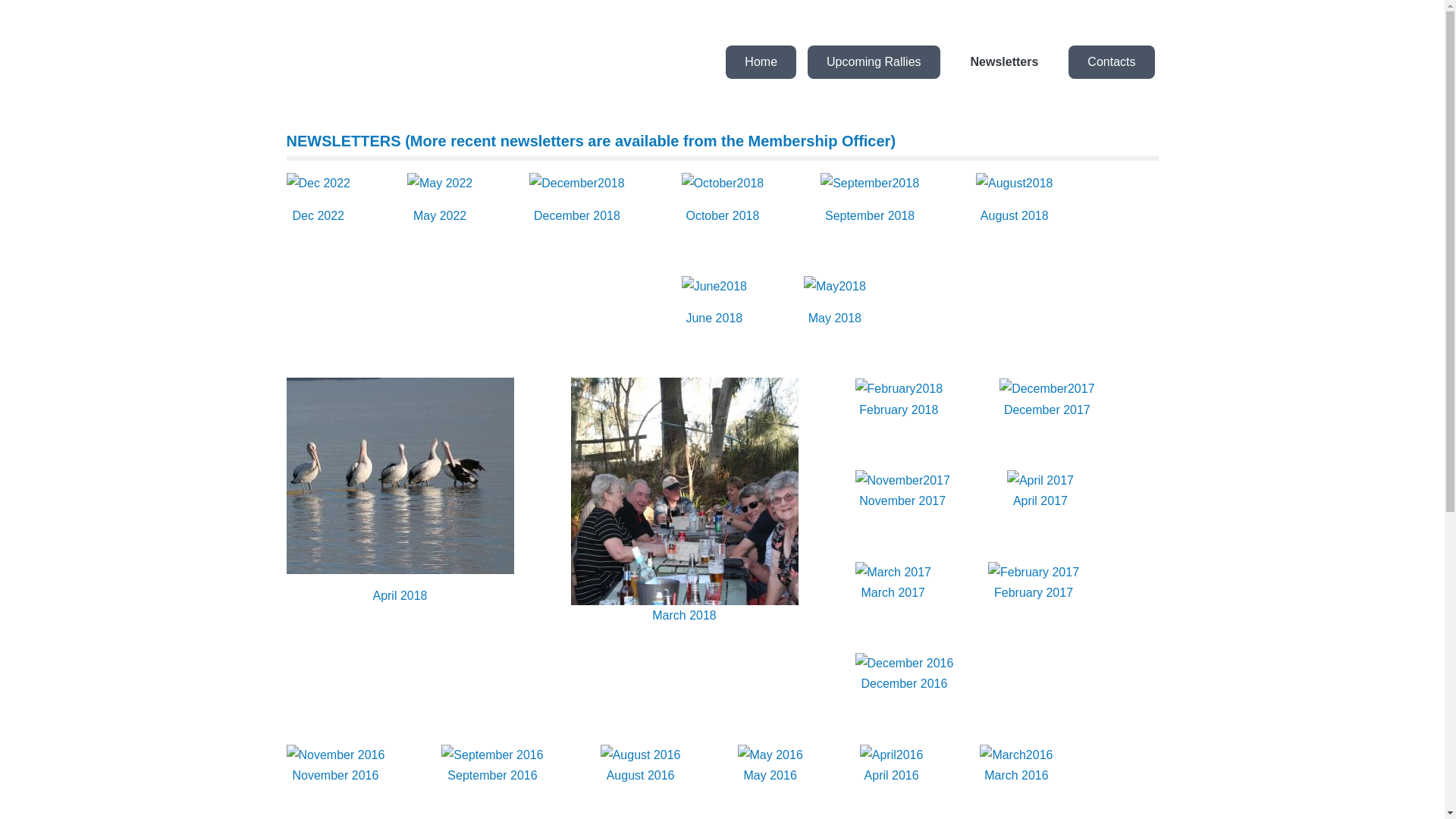  Describe the element at coordinates (1016, 775) in the screenshot. I see `'March 2016'` at that location.